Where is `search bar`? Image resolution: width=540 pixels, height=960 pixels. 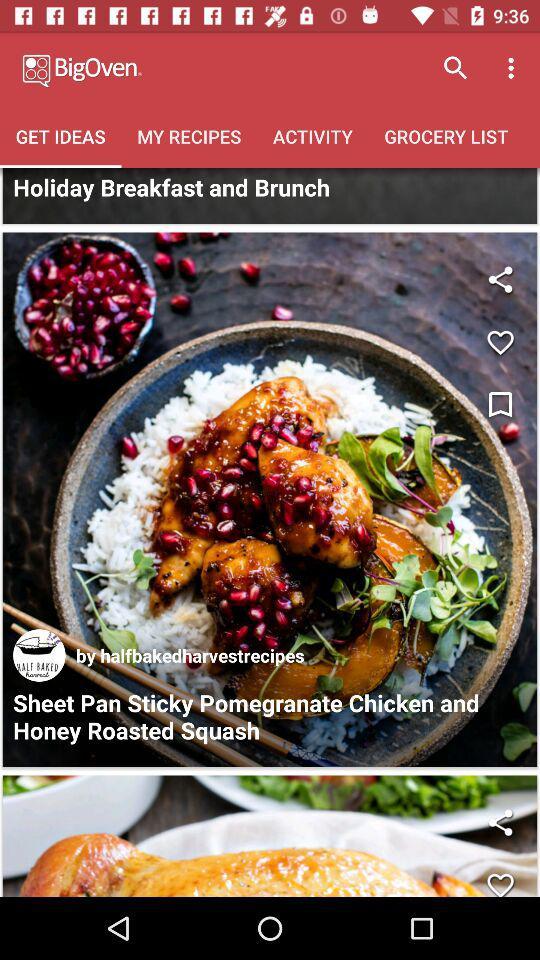
search bar is located at coordinates (270, 196).